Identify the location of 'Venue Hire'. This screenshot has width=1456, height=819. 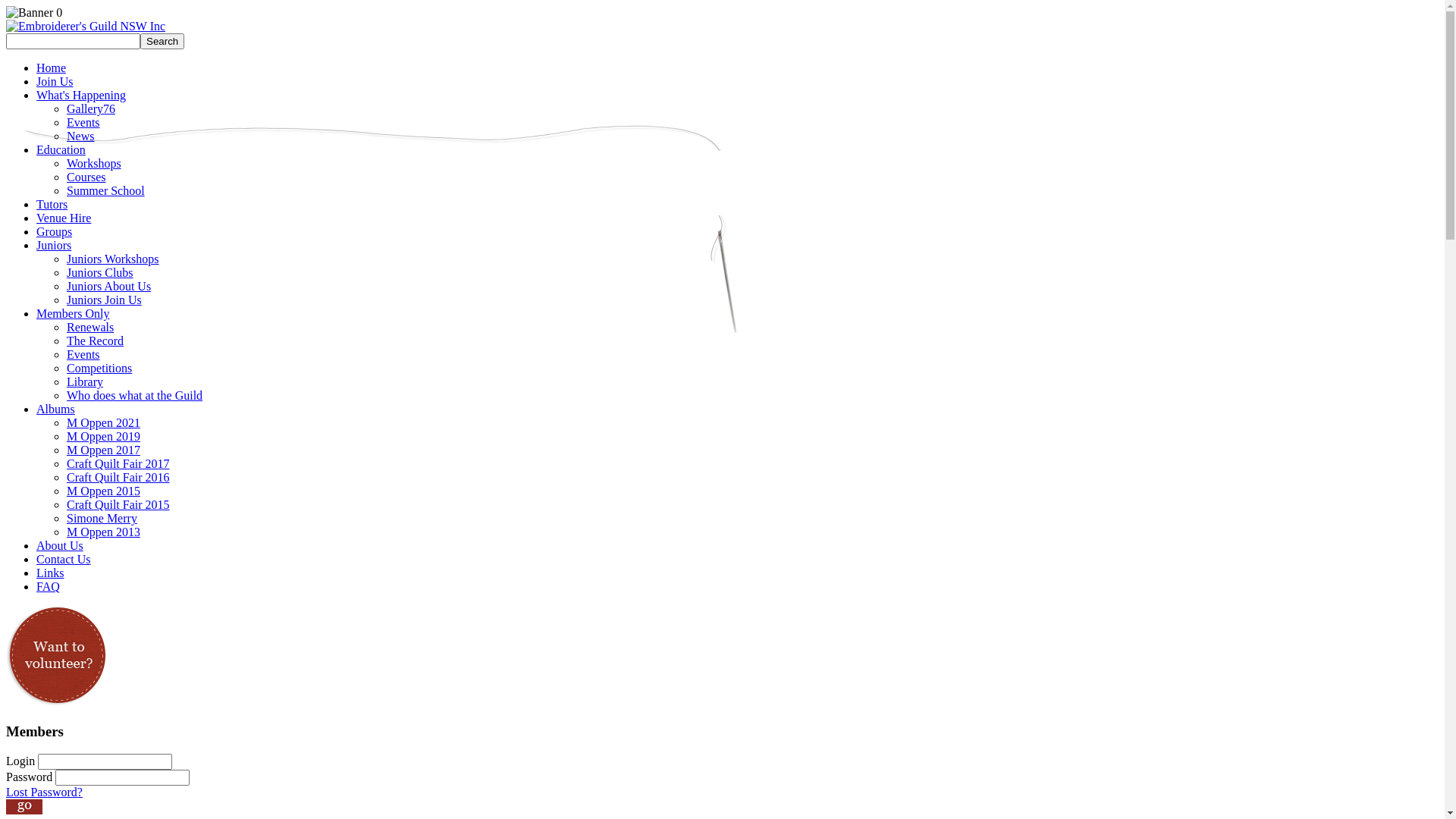
(62, 218).